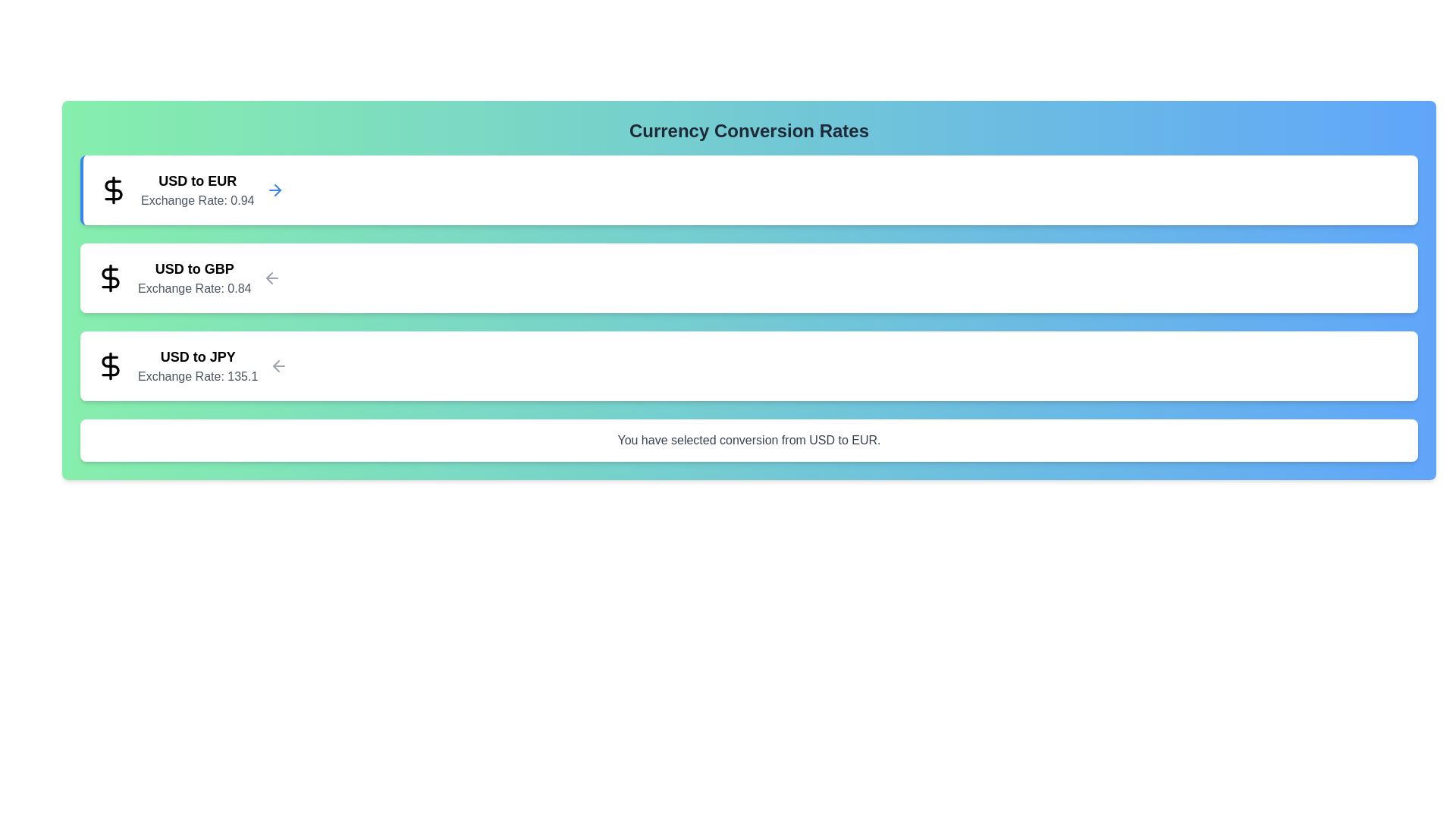  What do you see at coordinates (197, 366) in the screenshot?
I see `information displayed in the text label that shows the exchange rate from USD to JPY, which is the third item in a horizontally-aligned list of currency exchange entries` at bounding box center [197, 366].